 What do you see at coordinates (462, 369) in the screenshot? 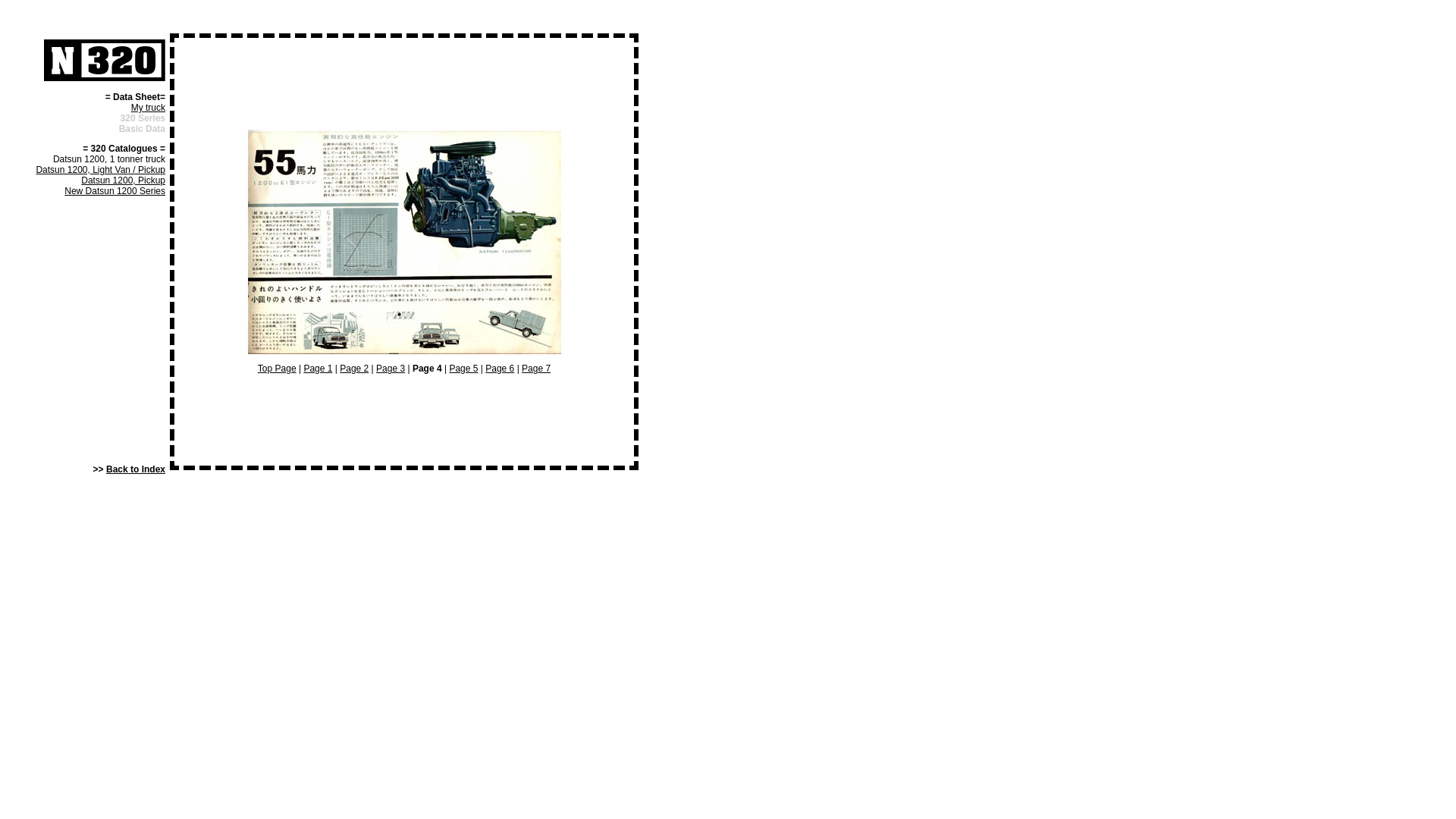
I see `'Page 5'` at bounding box center [462, 369].